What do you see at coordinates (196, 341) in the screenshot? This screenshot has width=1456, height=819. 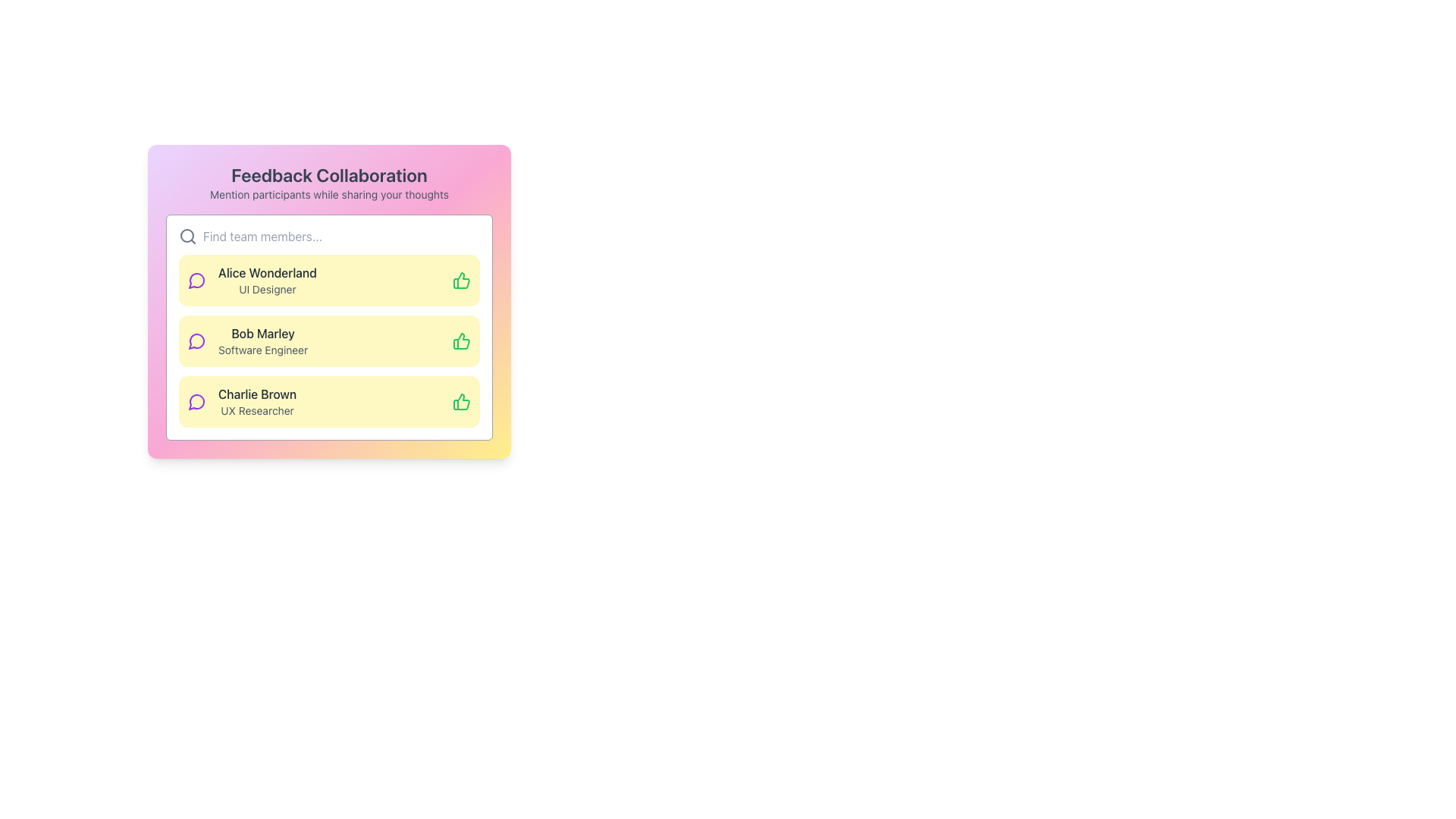 I see `the lower-left part of the SVG graphic resembling a speech bubble, which features a purple outline and a pale yellow background, located next to the name 'Bob Marley'` at bounding box center [196, 341].